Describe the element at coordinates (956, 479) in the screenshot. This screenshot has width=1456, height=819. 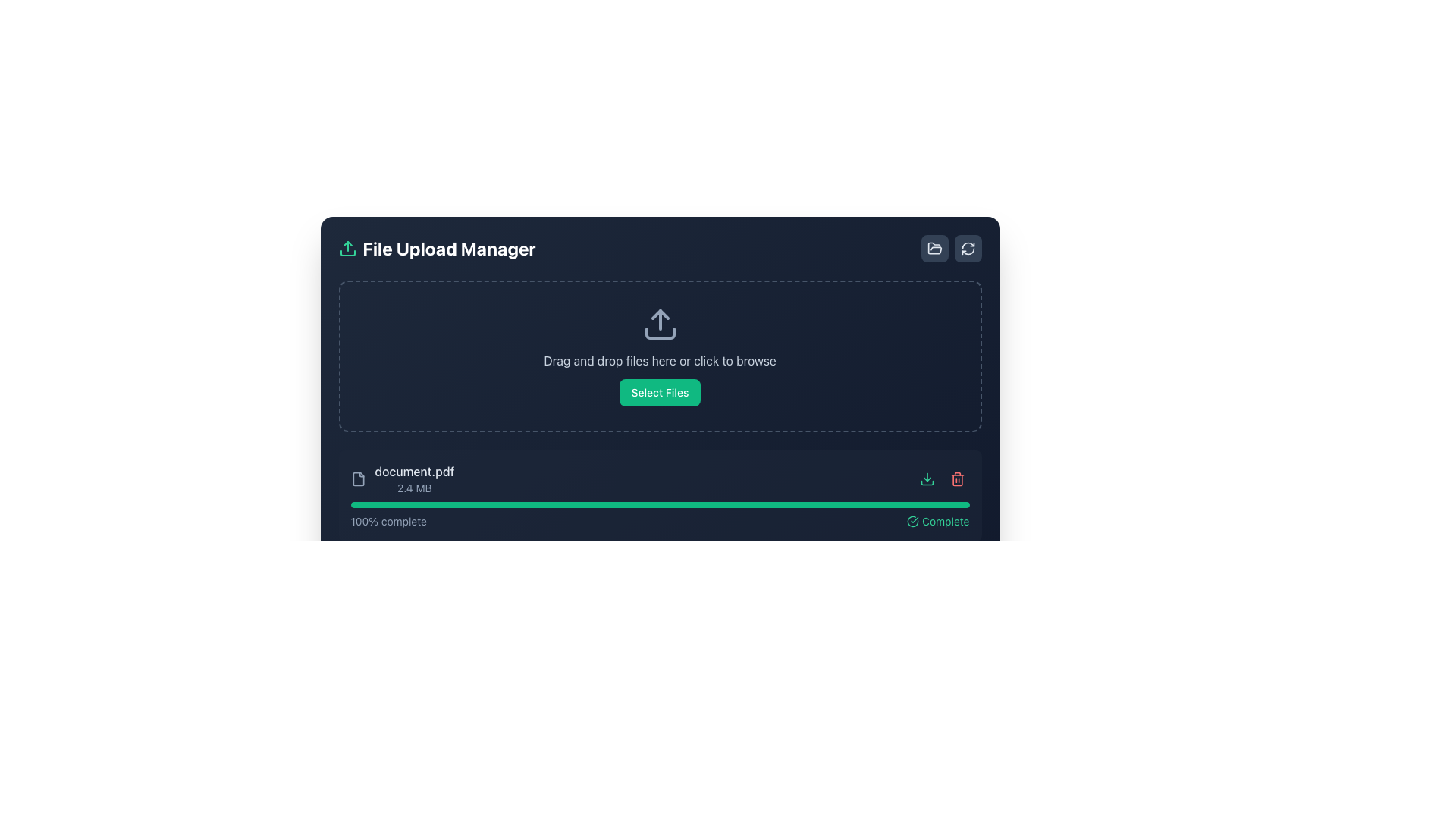
I see `the delete button with an embedded icon located at the bottom-right corner of the file entry row, which is the second interactive element after the download button` at that location.